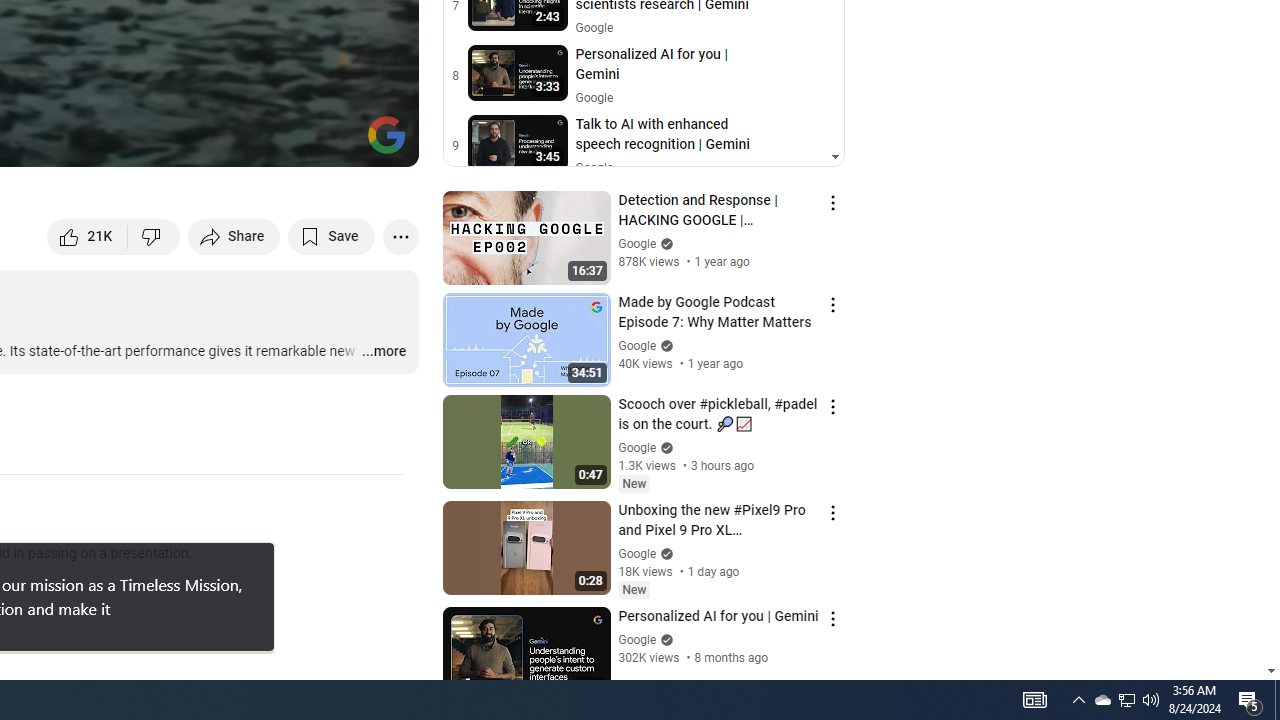 The height and width of the screenshot is (720, 1280). I want to click on 'New', so click(633, 589).